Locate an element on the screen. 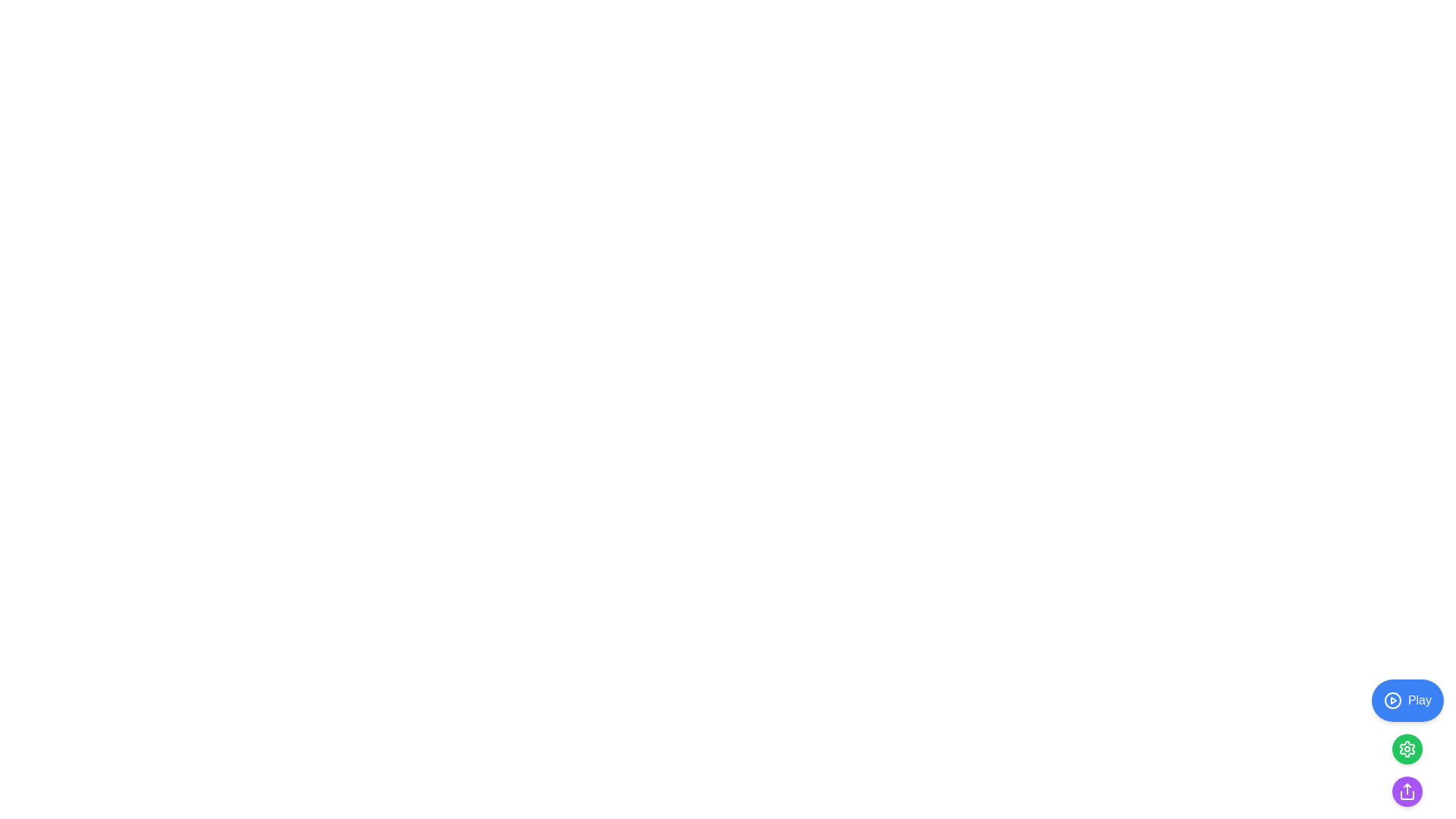  the circular icon element that is part of the 'Play' button located at the bottom right of the interface is located at coordinates (1392, 701).